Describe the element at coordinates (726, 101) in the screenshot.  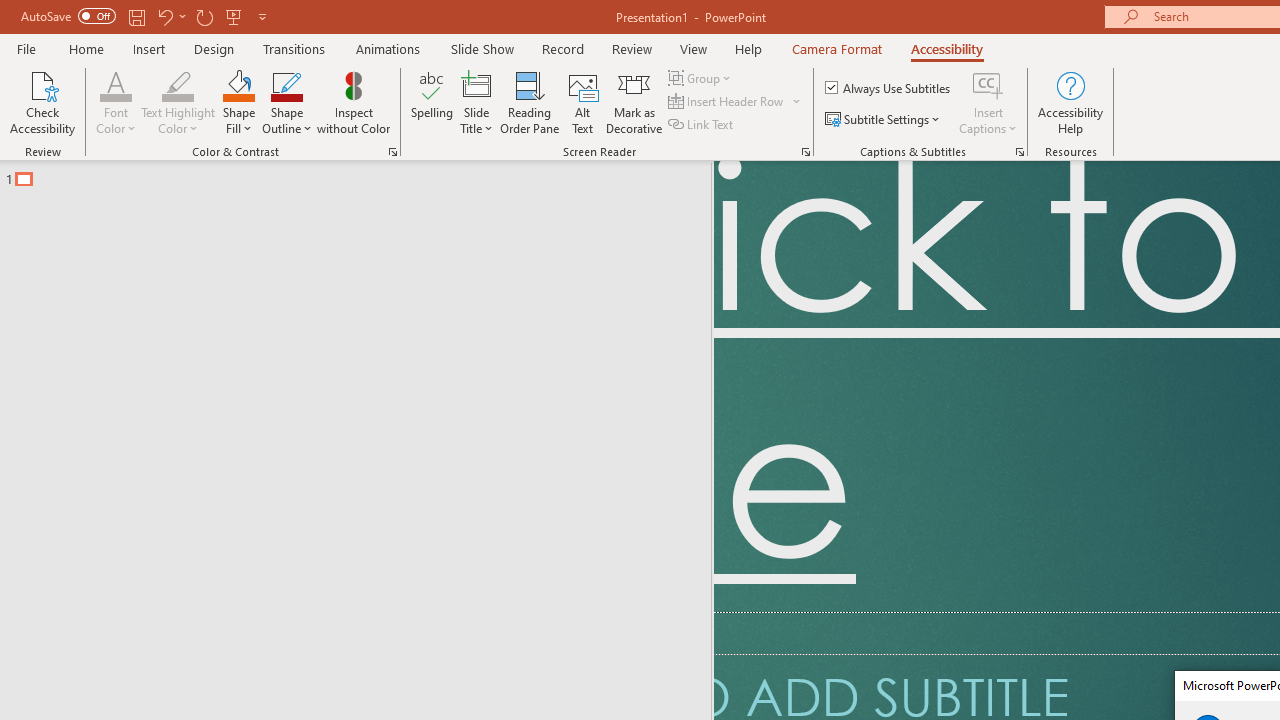
I see `'Insert Header Row'` at that location.